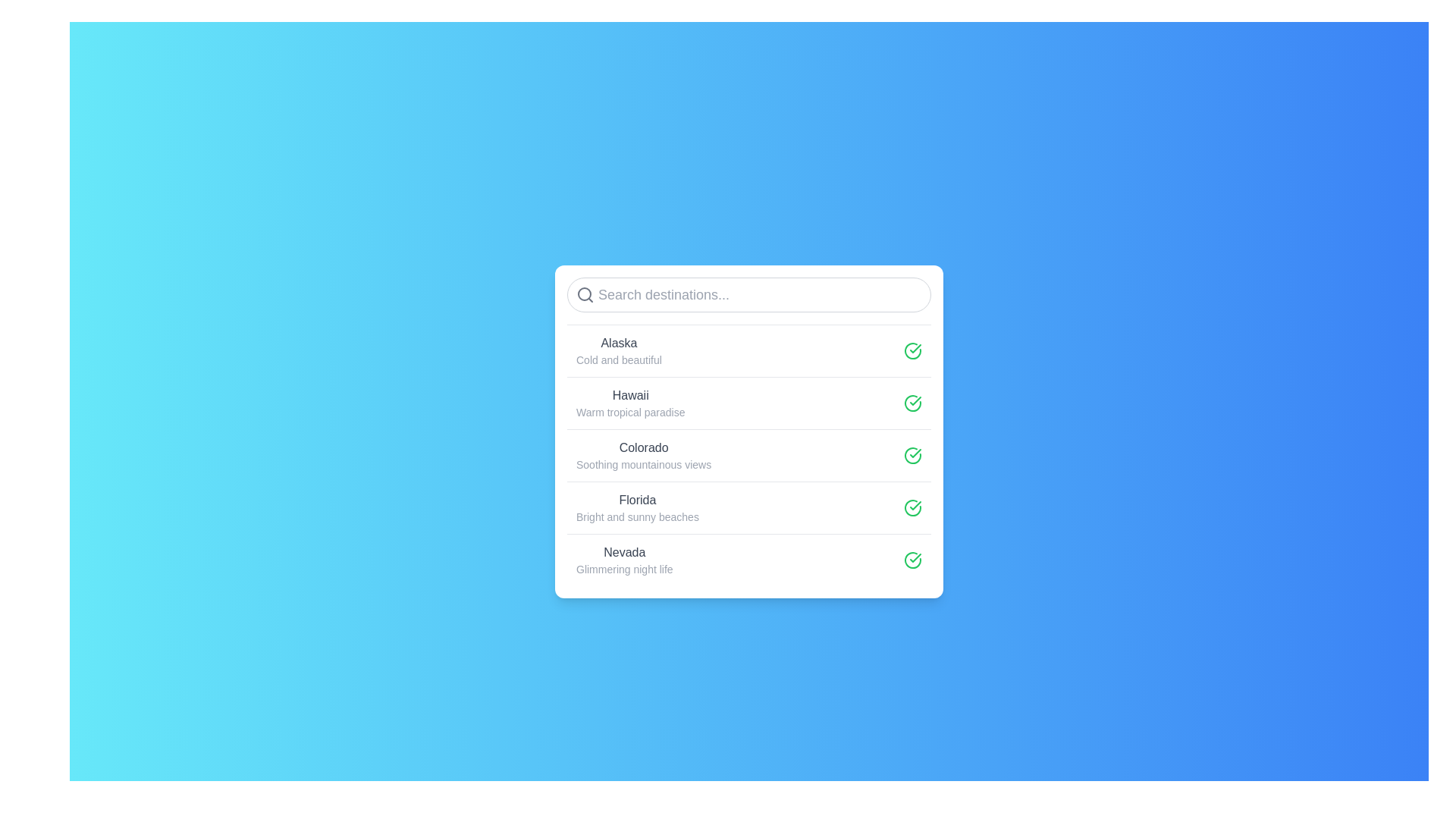 The image size is (1456, 819). Describe the element at coordinates (749, 454) in the screenshot. I see `the list item with the title 'Colorado' and subtitle 'Soothing mountainous views'` at that location.